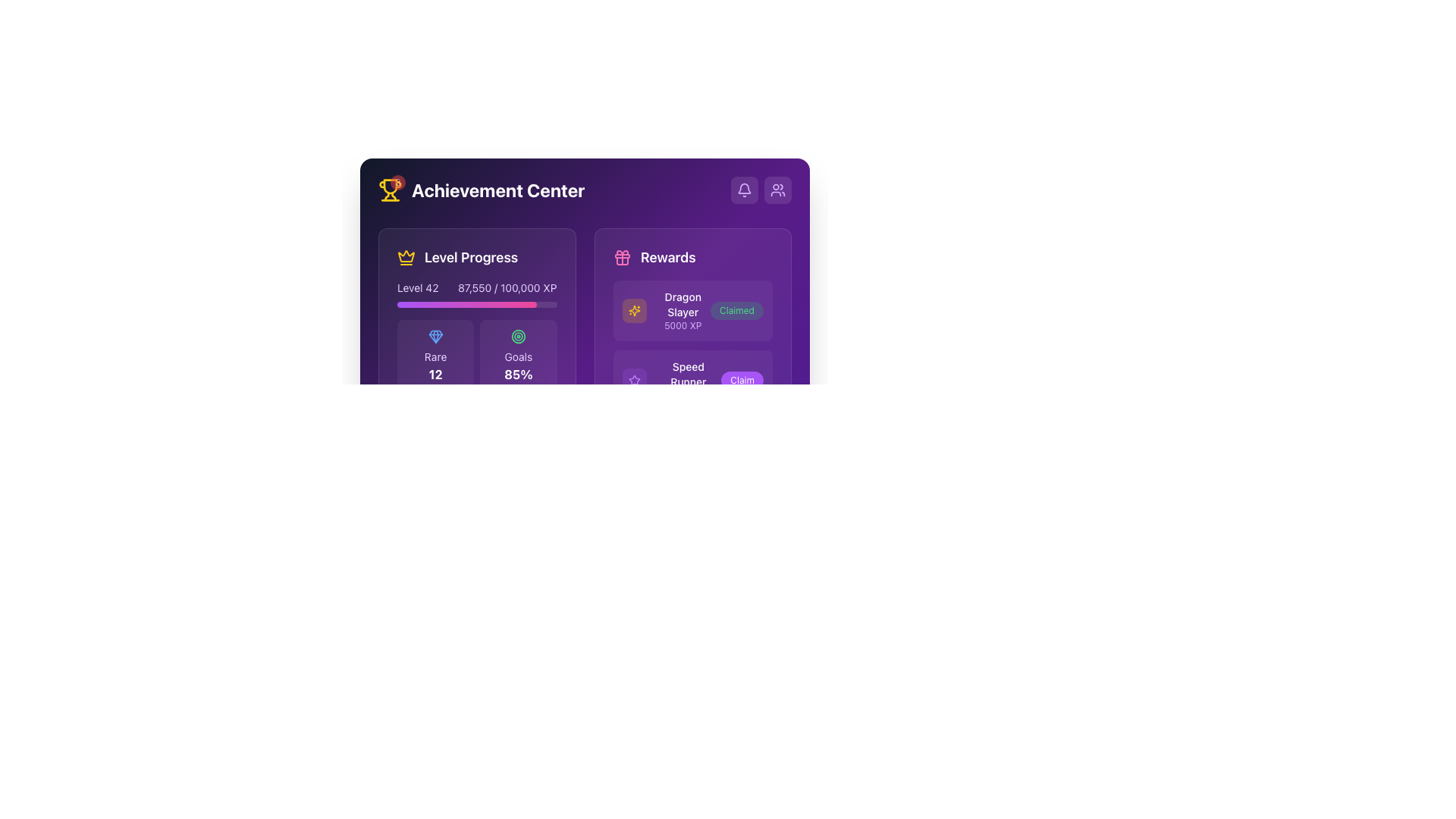 The width and height of the screenshot is (1456, 819). What do you see at coordinates (737, 309) in the screenshot?
I see `the 'Claimed' status label, which is a rectangular badge with green text on a soft green background, located to the right of the 'Dragon Slayer' reward name` at bounding box center [737, 309].